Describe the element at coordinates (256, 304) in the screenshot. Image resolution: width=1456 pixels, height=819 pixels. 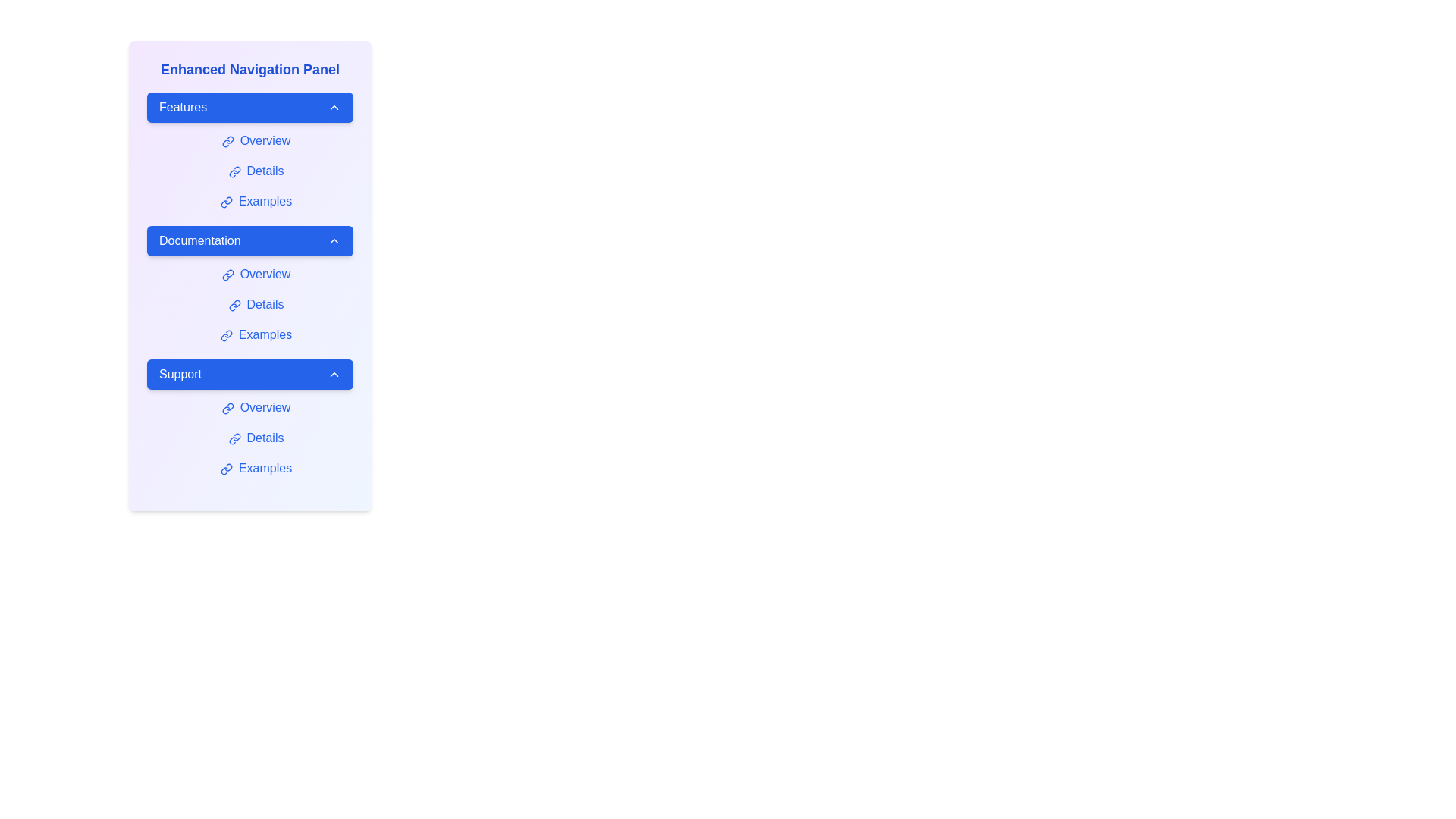
I see `the 'Details' hyperlink in the vertical navigation menu located in the 'Documentation' section of the Enhanced Navigation Panel` at that location.